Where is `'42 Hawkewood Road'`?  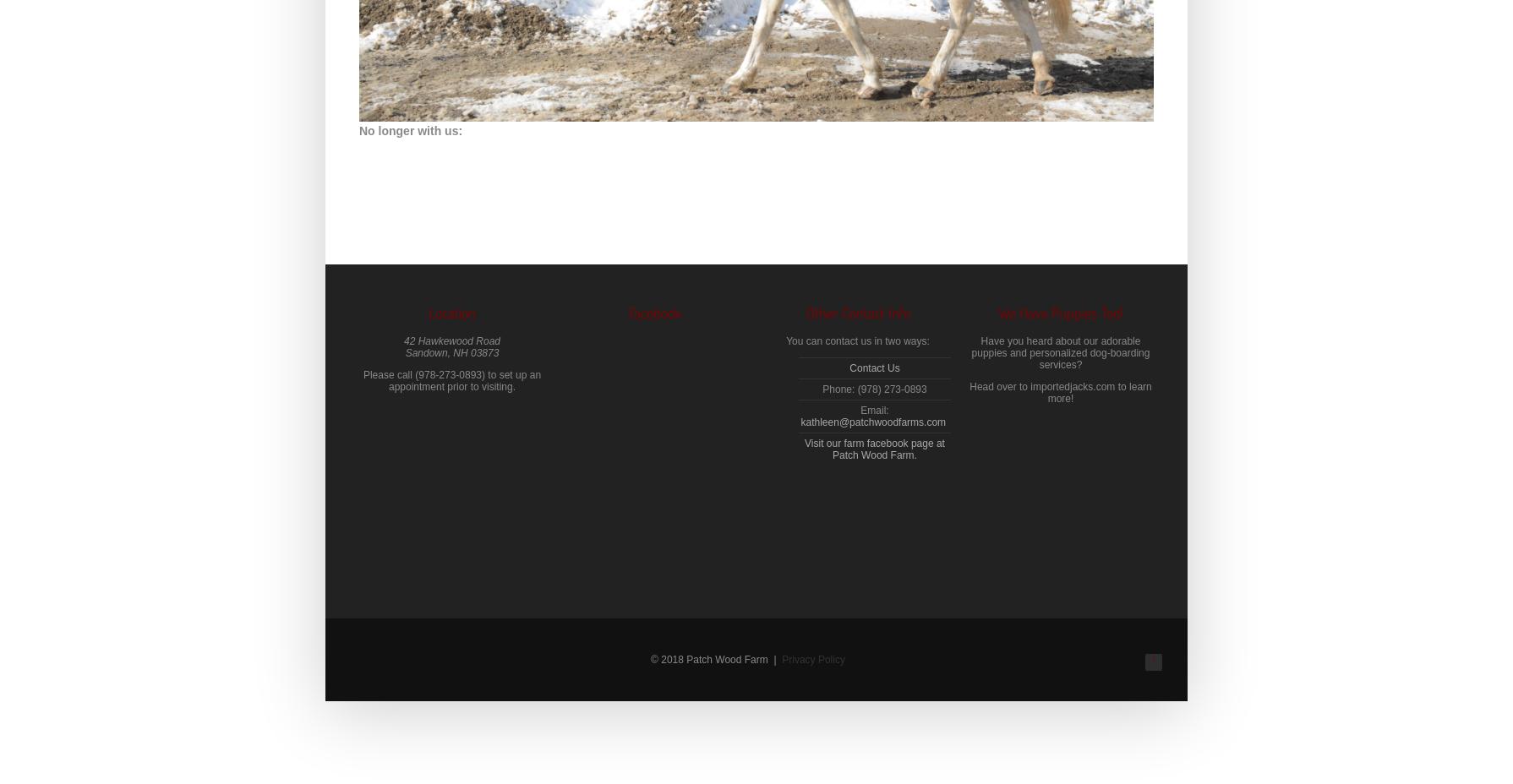
'42 Hawkewood Road' is located at coordinates (402, 340).